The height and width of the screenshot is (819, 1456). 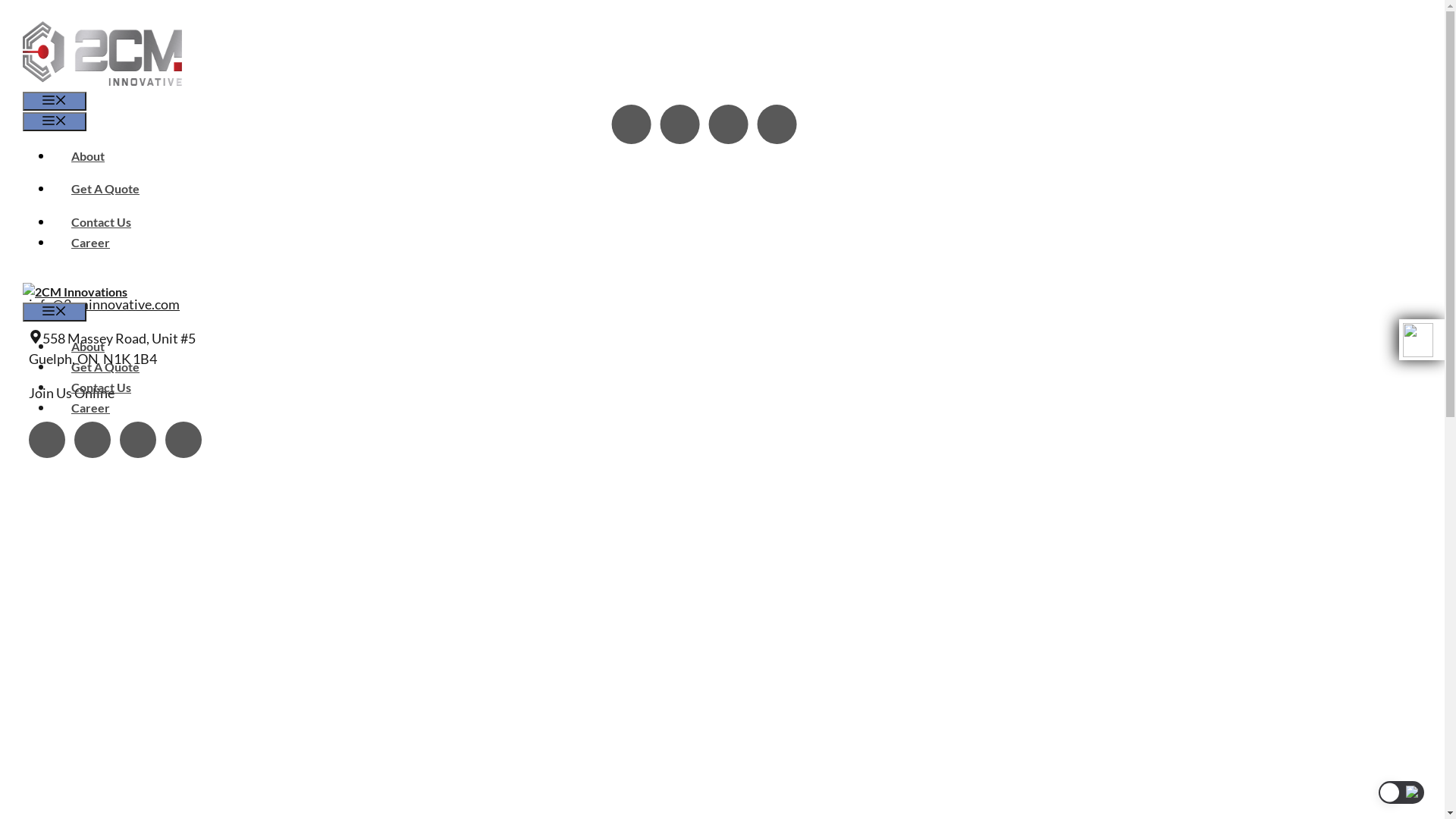 What do you see at coordinates (100, 221) in the screenshot?
I see `'Contact Us'` at bounding box center [100, 221].